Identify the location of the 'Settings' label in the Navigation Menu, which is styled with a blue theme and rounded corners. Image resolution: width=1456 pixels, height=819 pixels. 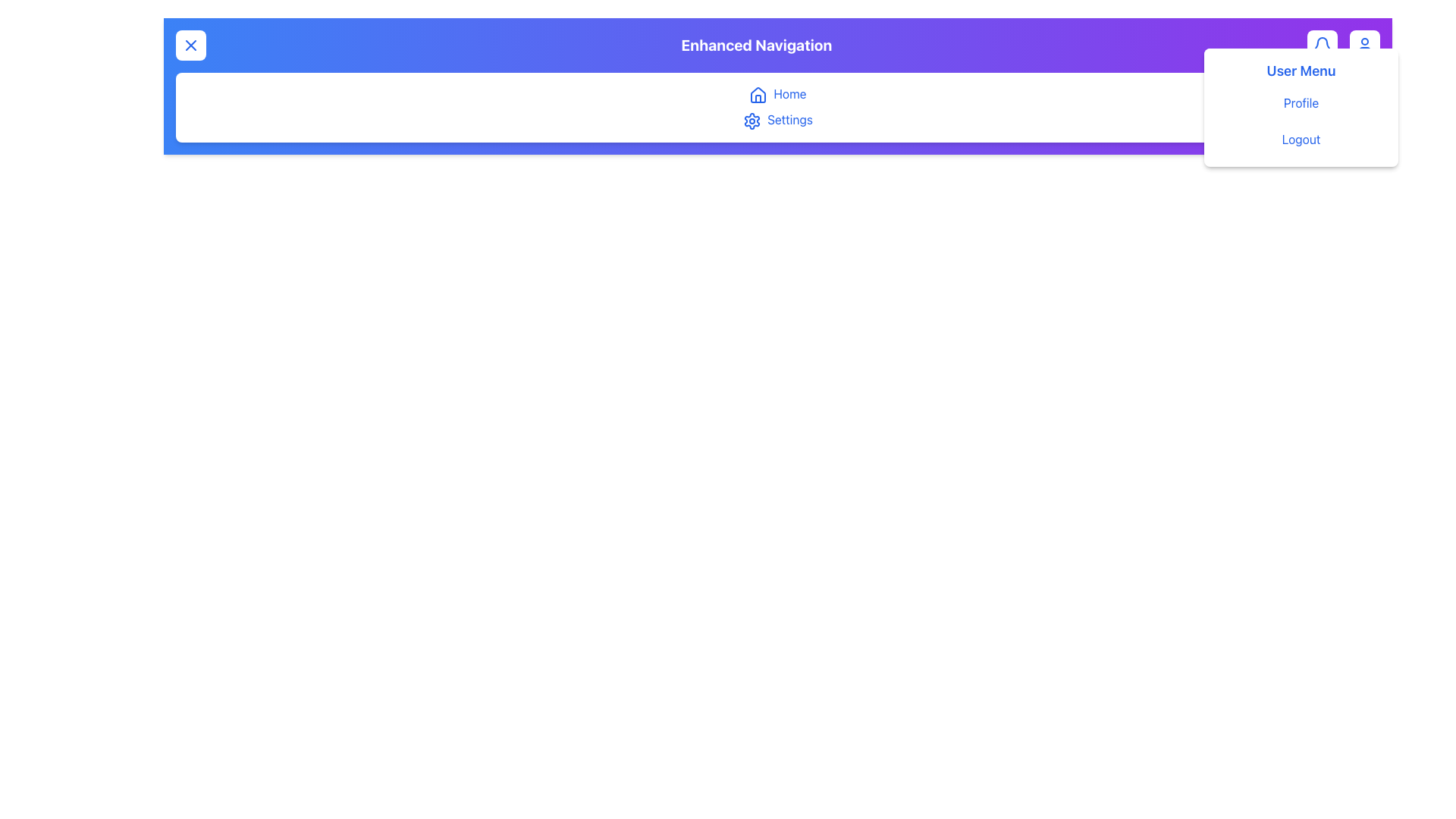
(778, 106).